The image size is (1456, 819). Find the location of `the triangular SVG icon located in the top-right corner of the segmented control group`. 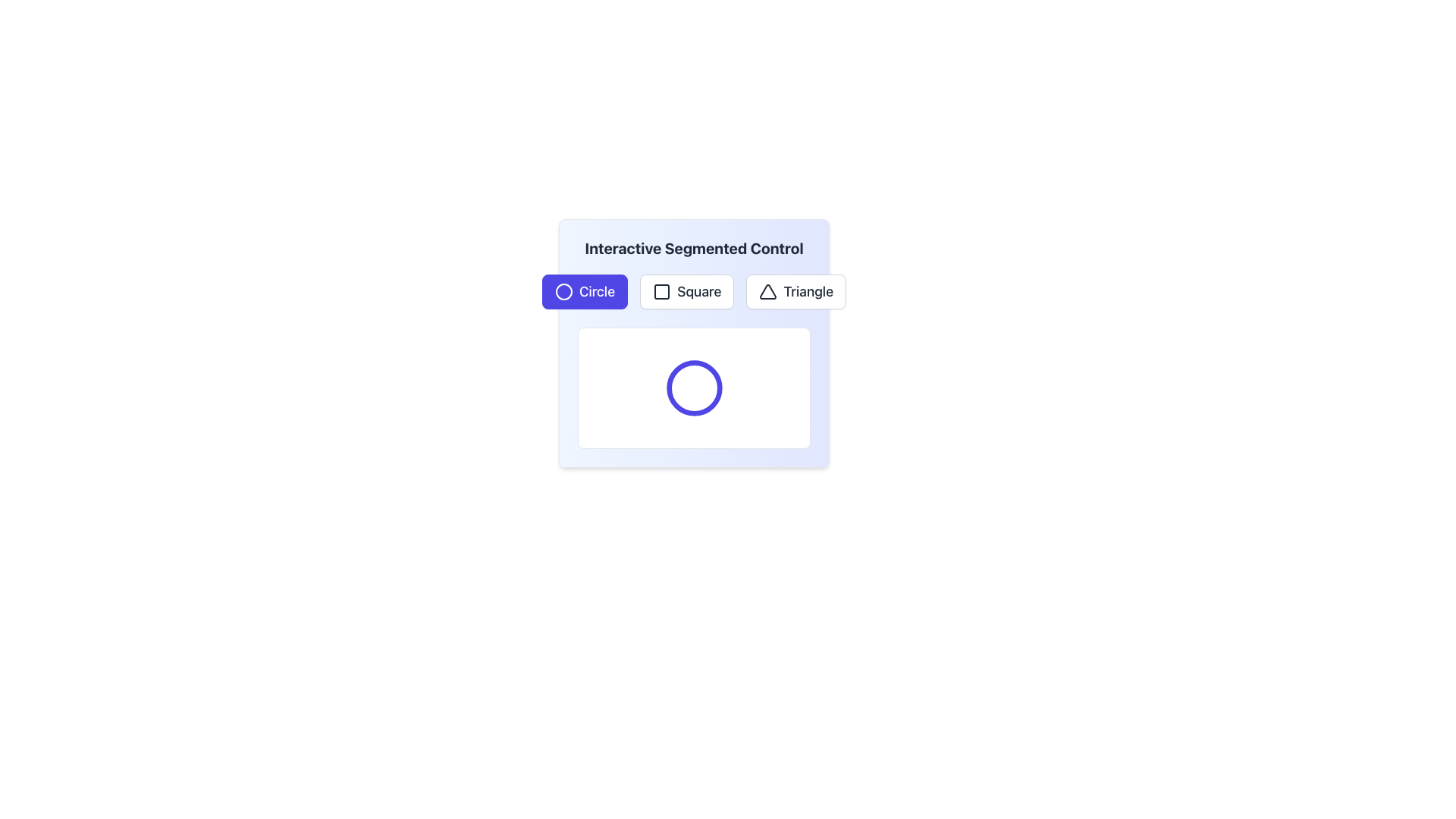

the triangular SVG icon located in the top-right corner of the segmented control group is located at coordinates (768, 292).